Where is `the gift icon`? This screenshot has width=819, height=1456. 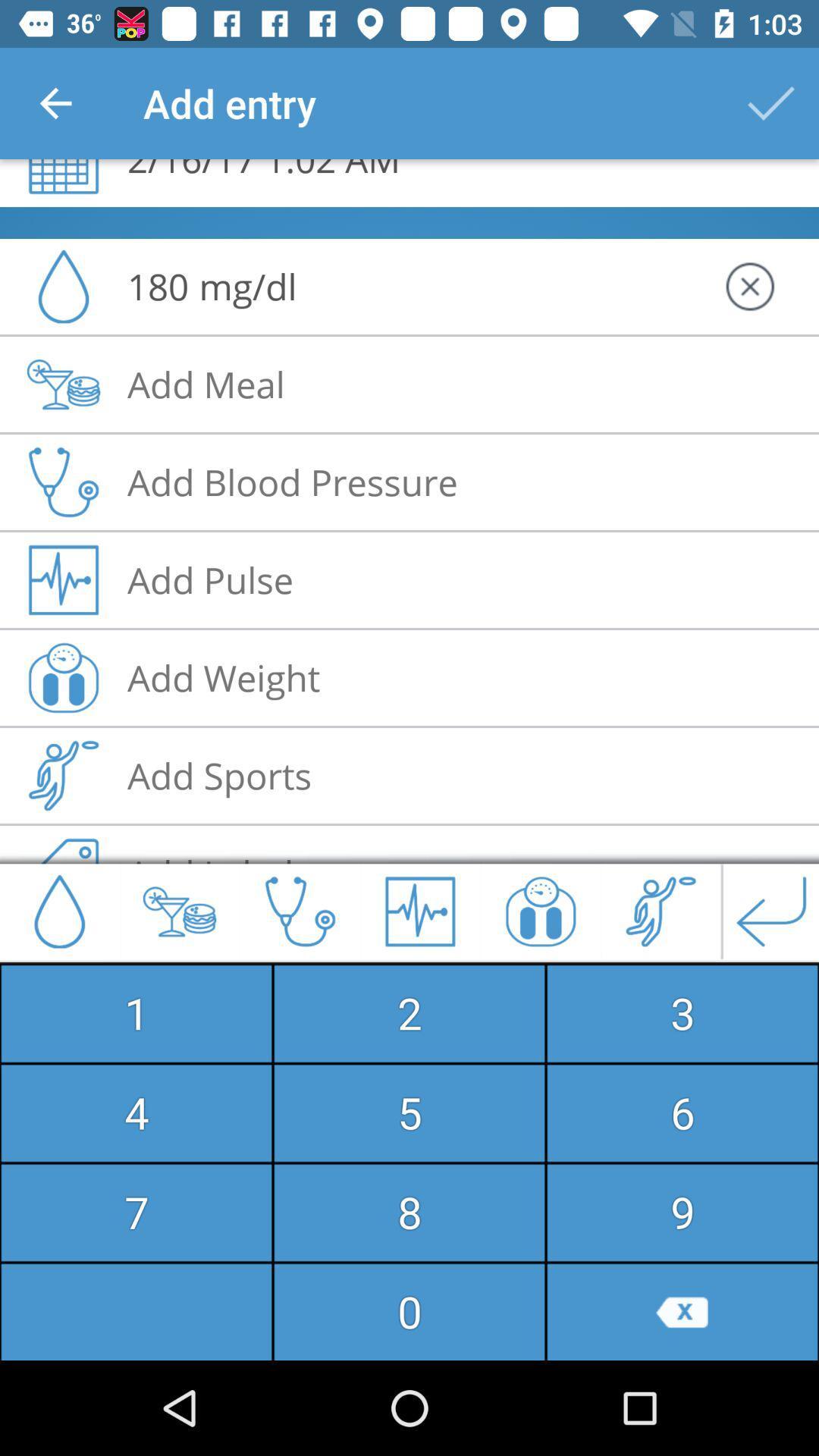
the gift icon is located at coordinates (540, 911).